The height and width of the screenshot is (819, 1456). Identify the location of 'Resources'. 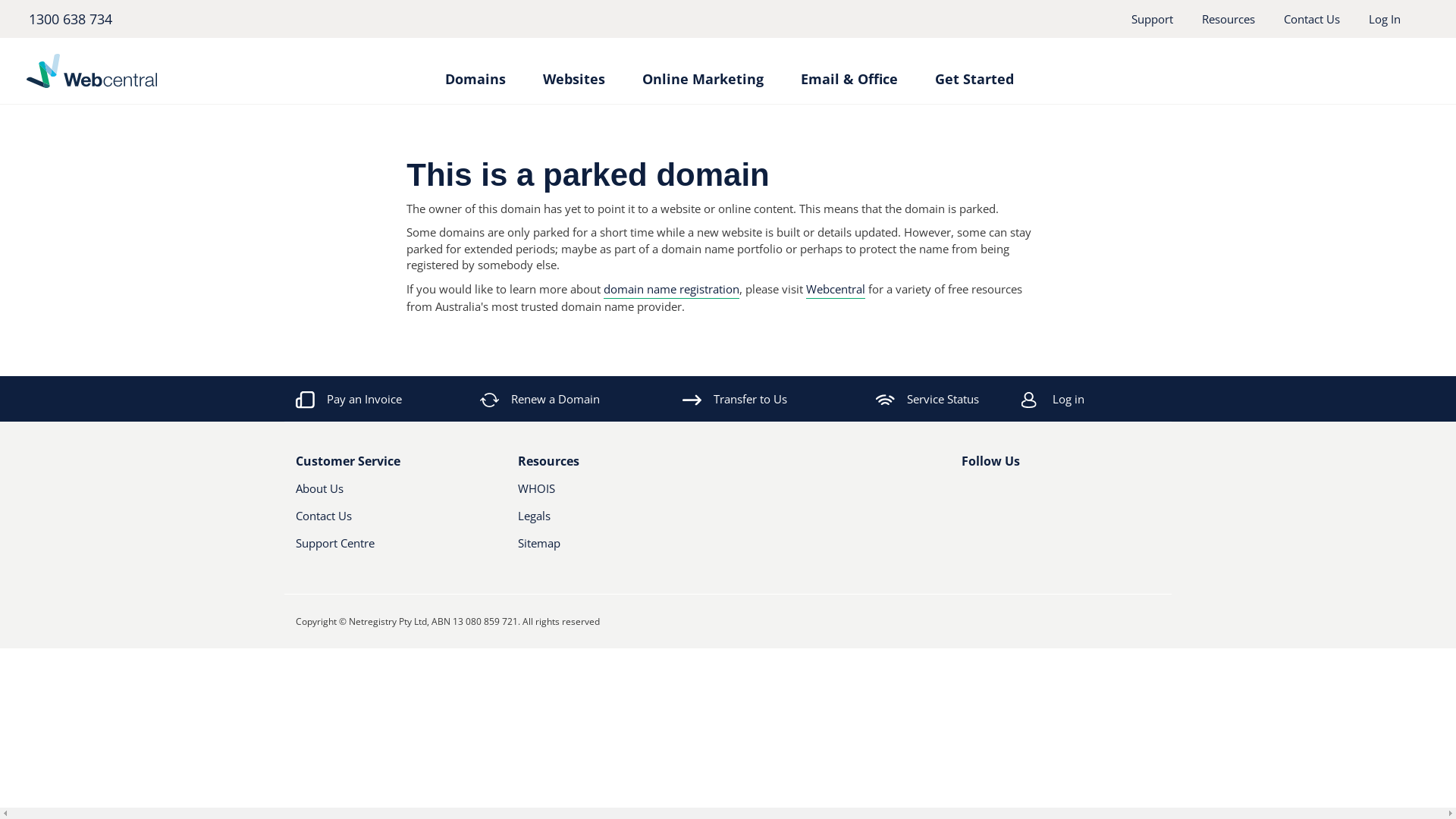
(1228, 18).